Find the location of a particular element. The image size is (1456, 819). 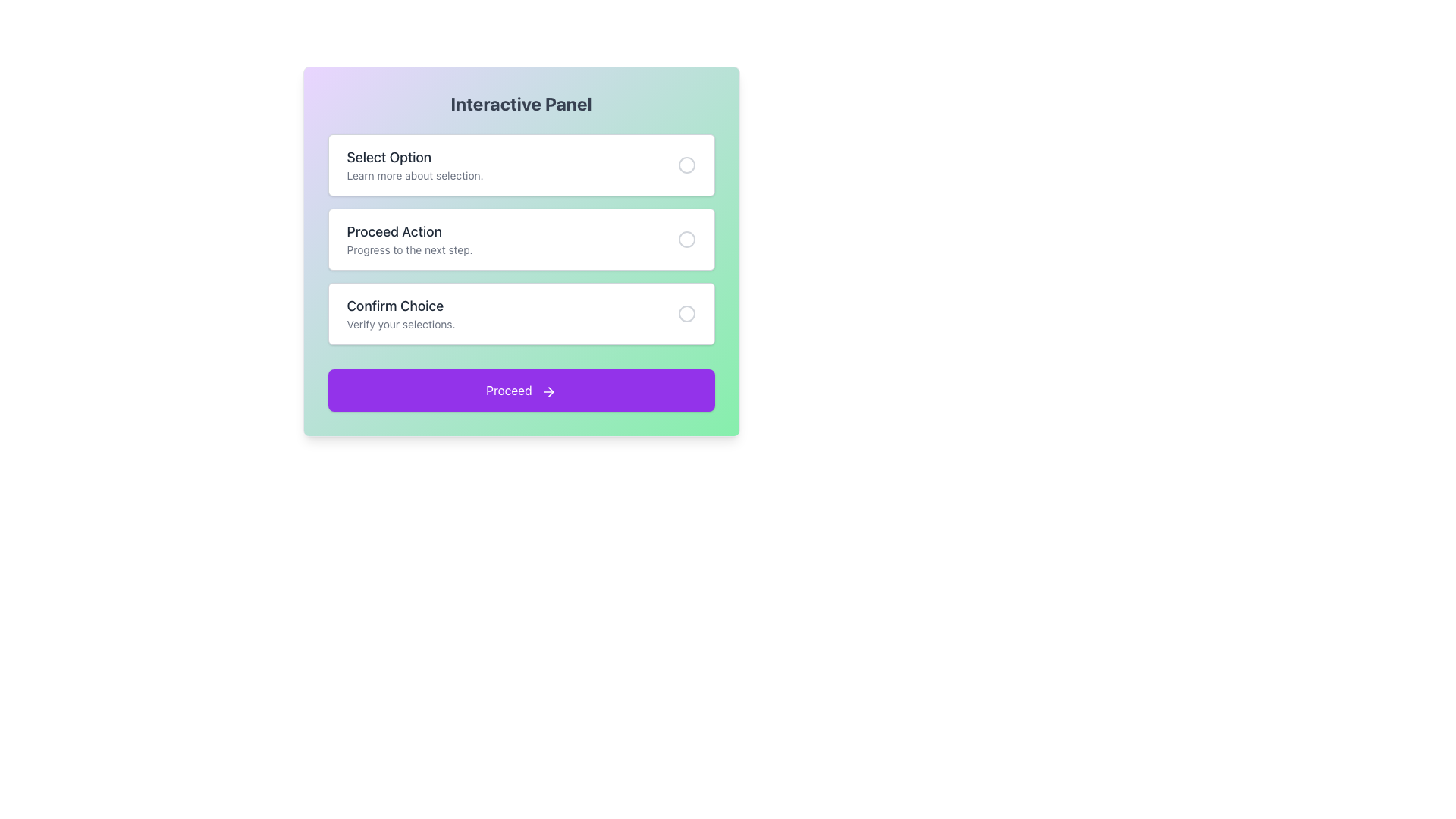

the supplementary information text located beneath the heading in the 'Confirm Choice' section is located at coordinates (400, 324).